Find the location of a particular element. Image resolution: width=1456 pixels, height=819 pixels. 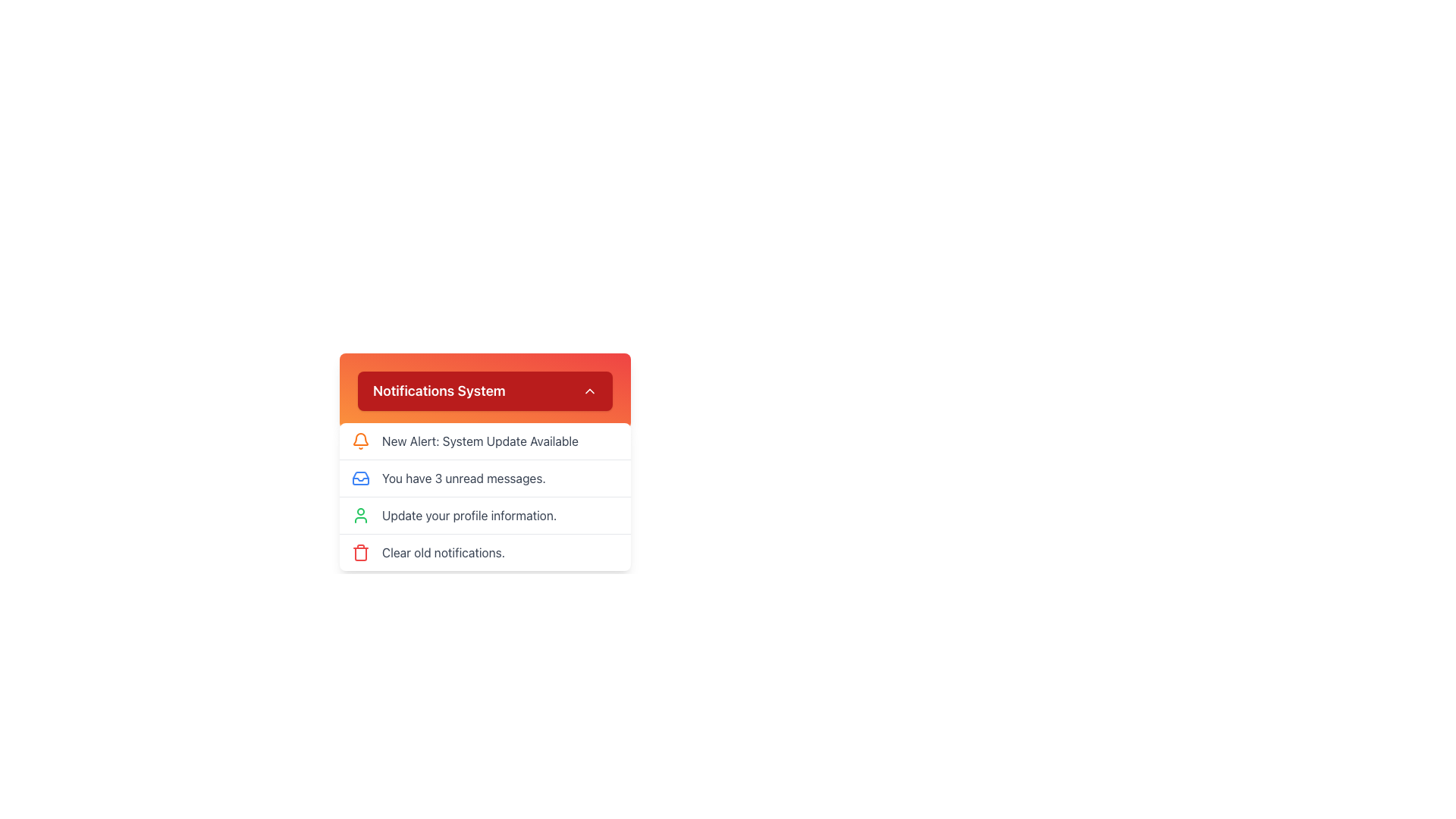

the notification alert icon located on the leftmost side of the first notification item under the 'Notifications System' section is located at coordinates (359, 441).